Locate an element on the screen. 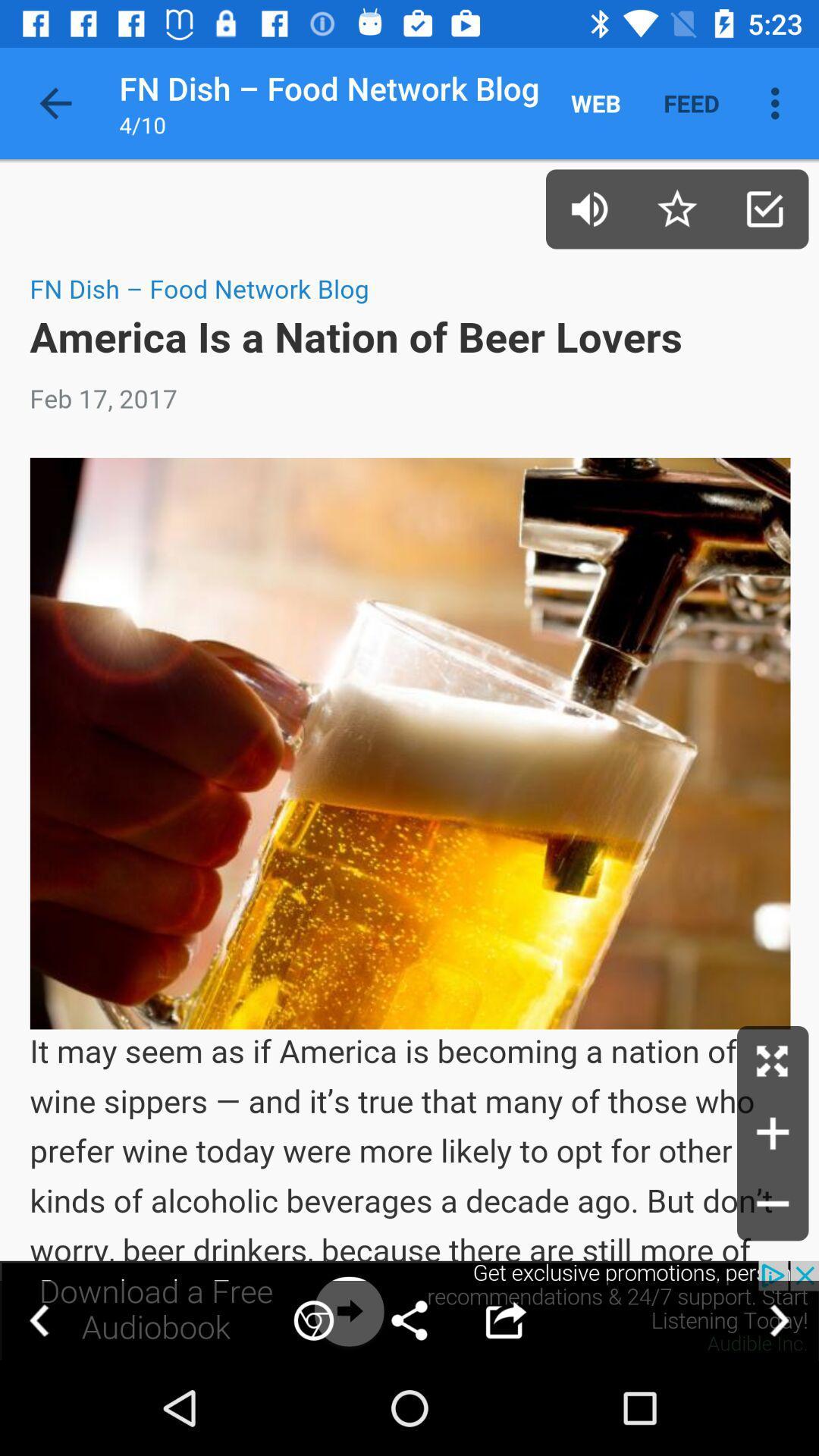  the arrow_forward icon is located at coordinates (779, 1319).